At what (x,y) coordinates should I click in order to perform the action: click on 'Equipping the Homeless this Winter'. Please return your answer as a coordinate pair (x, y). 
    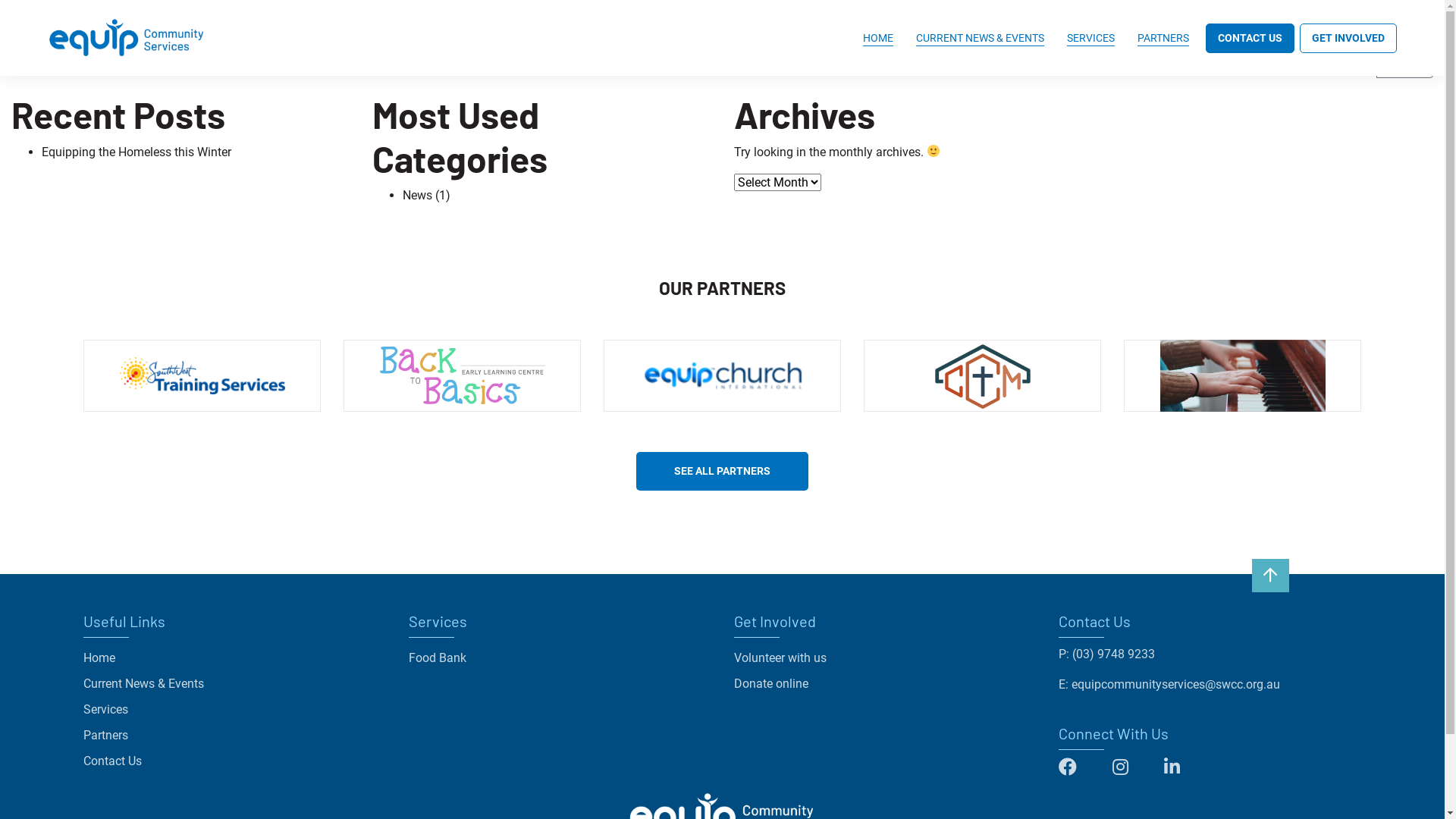
    Looking at the image, I should click on (136, 152).